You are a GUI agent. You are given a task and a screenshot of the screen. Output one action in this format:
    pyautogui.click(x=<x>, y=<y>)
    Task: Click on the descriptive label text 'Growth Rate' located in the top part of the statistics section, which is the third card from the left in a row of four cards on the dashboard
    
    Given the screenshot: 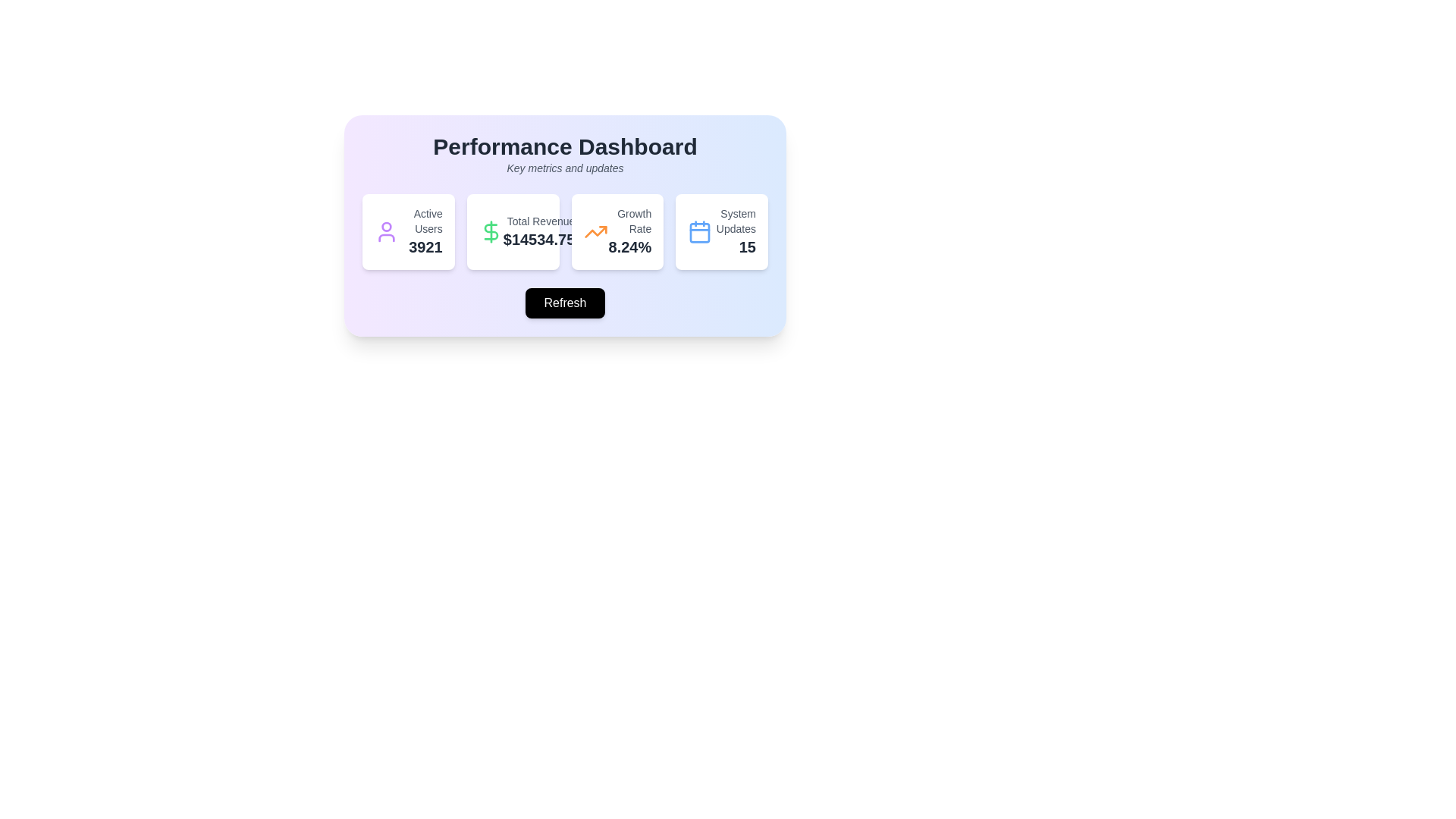 What is the action you would take?
    pyautogui.click(x=629, y=221)
    